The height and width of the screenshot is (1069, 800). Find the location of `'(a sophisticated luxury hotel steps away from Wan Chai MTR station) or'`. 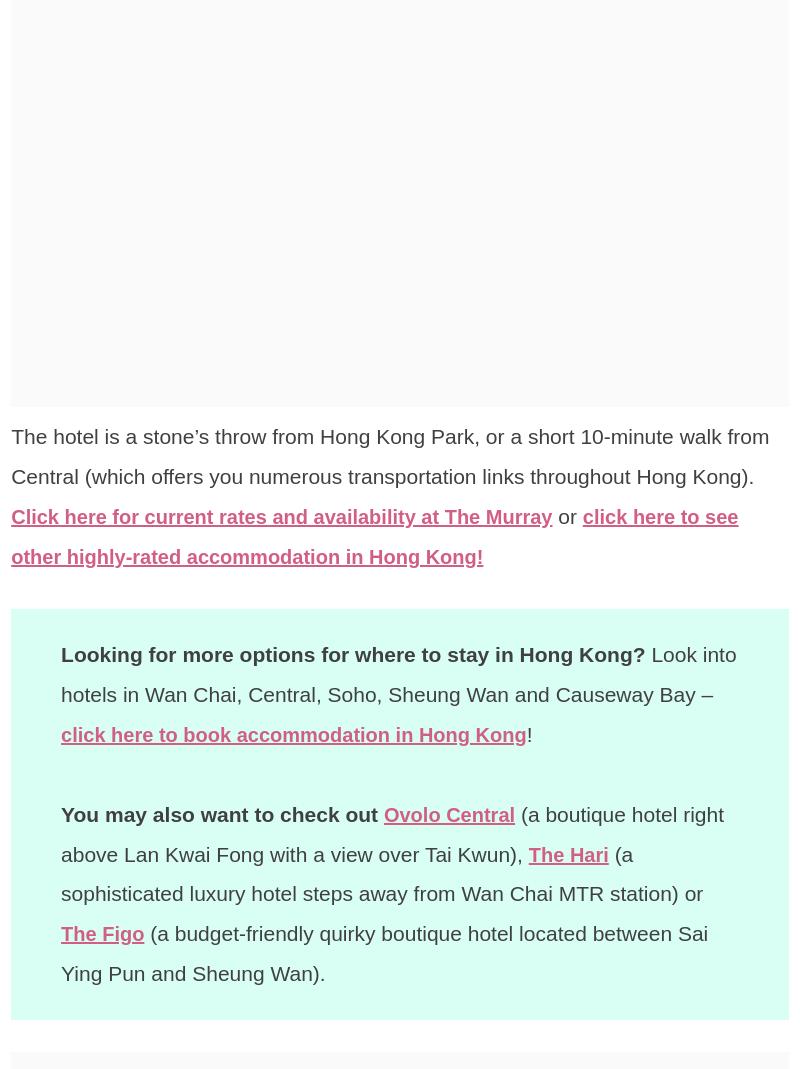

'(a sophisticated luxury hotel steps away from Wan Chai MTR station) or' is located at coordinates (381, 872).